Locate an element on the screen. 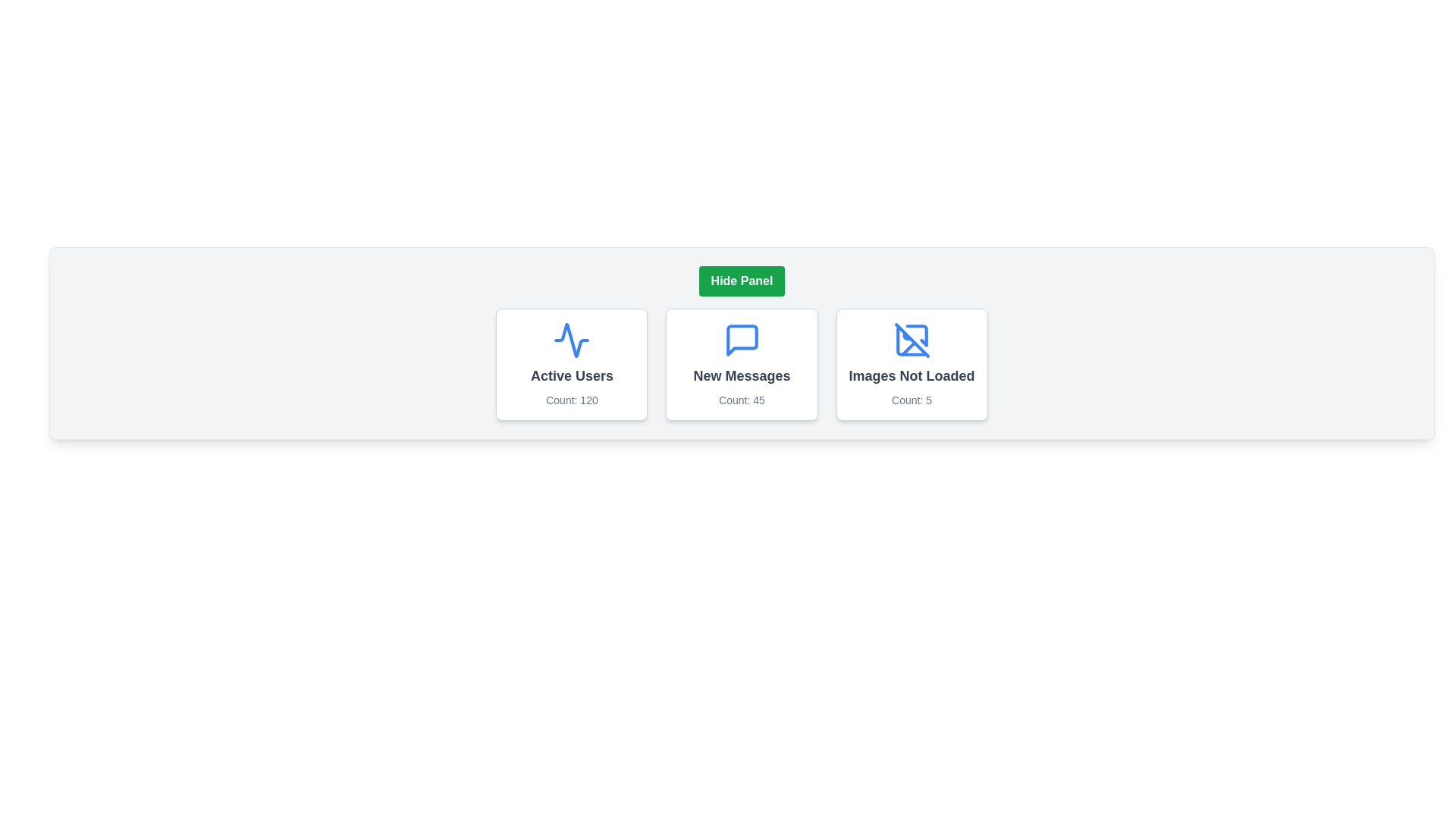  the text label that indicates the statistic about active users, located below the blue wave icon and above the smaller text 'Count: 120' is located at coordinates (571, 375).